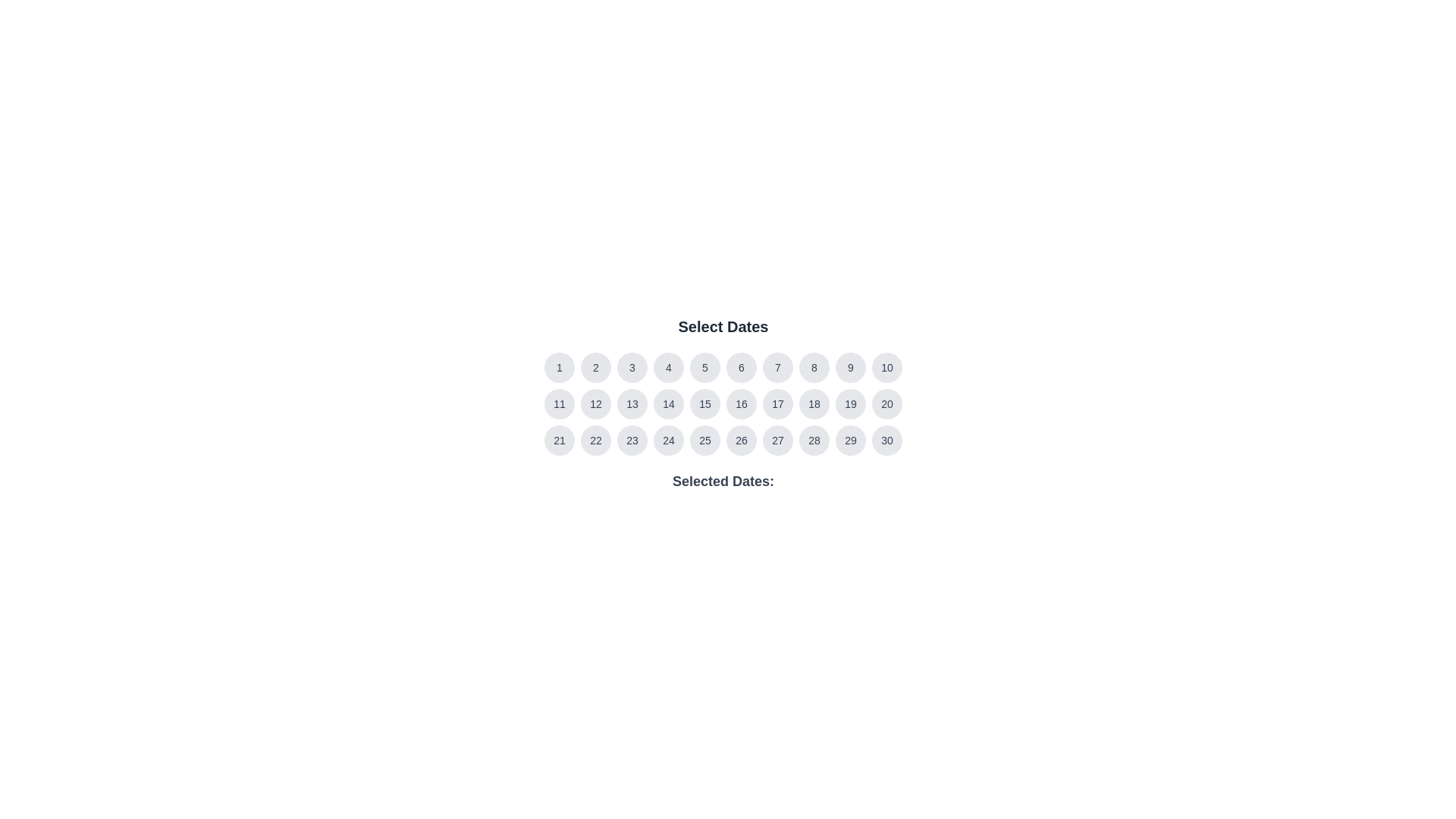  What do you see at coordinates (559, 368) in the screenshot?
I see `the circular button with a light gray background and dark gray number '1' for keyboard navigation` at bounding box center [559, 368].